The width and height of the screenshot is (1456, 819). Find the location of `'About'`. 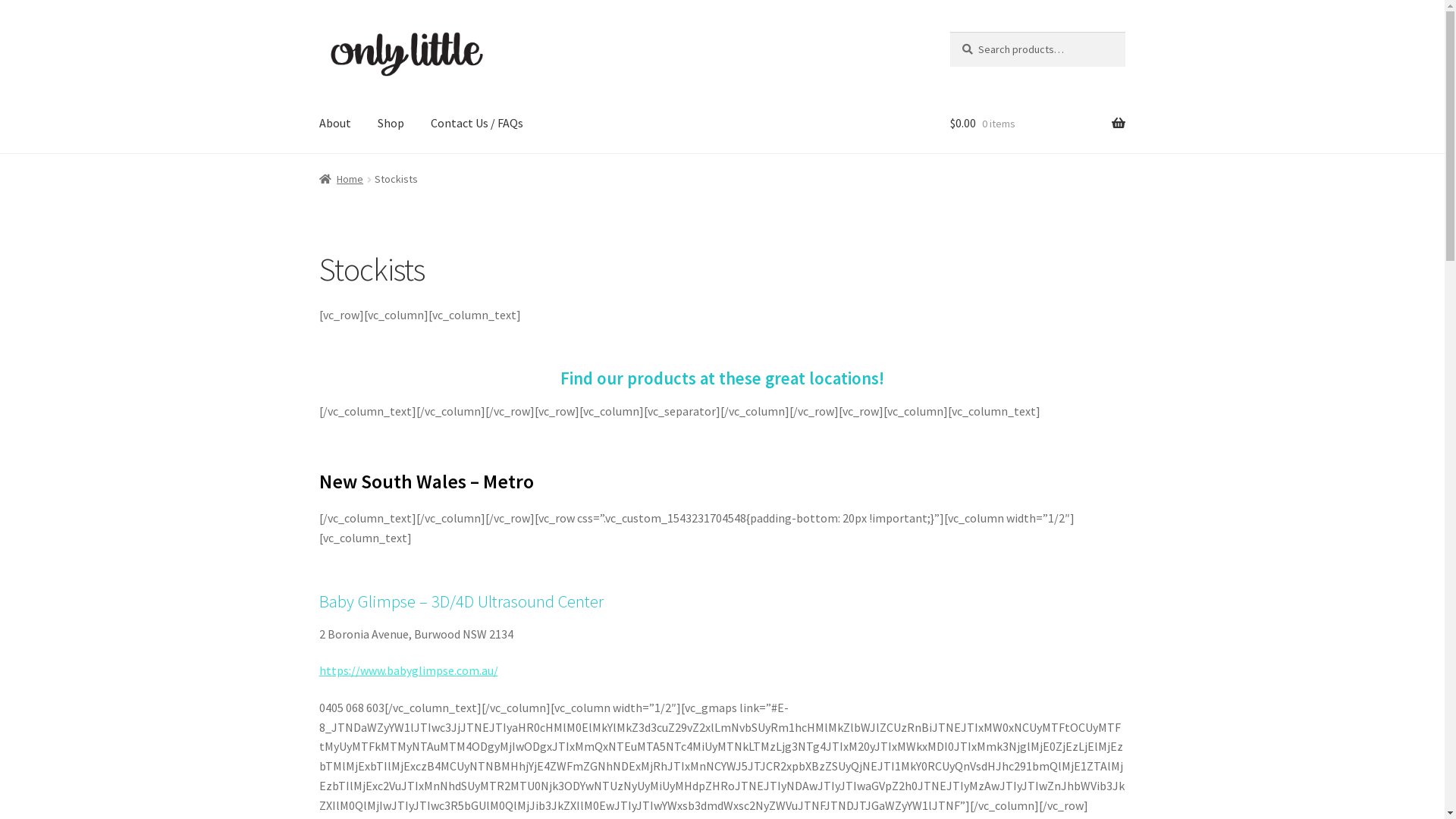

'About' is located at coordinates (334, 122).